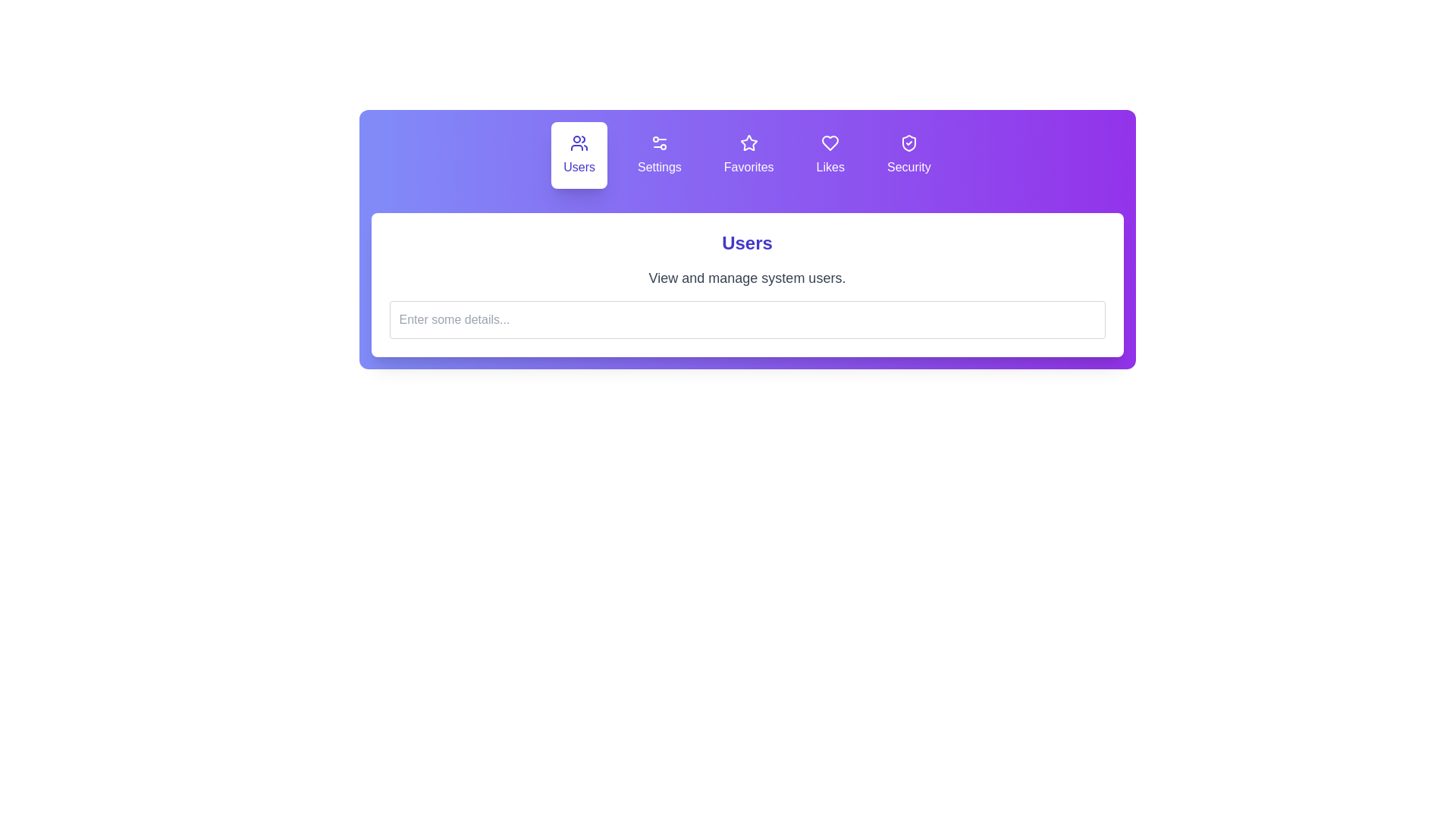 This screenshot has height=819, width=1456. What do you see at coordinates (659, 155) in the screenshot?
I see `the tab labeled Settings to read its description` at bounding box center [659, 155].